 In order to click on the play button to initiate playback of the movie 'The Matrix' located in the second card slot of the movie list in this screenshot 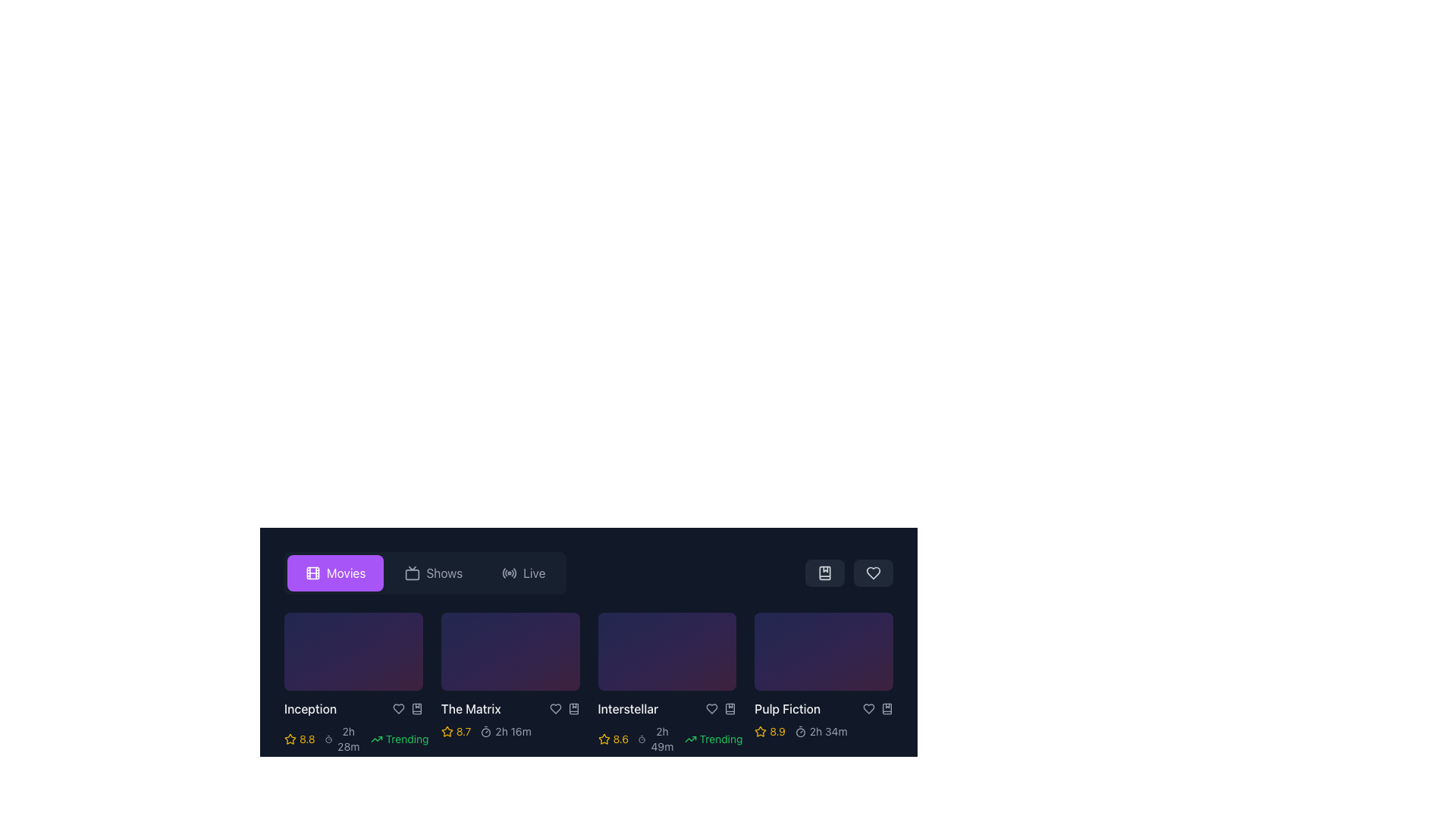, I will do `click(510, 683)`.